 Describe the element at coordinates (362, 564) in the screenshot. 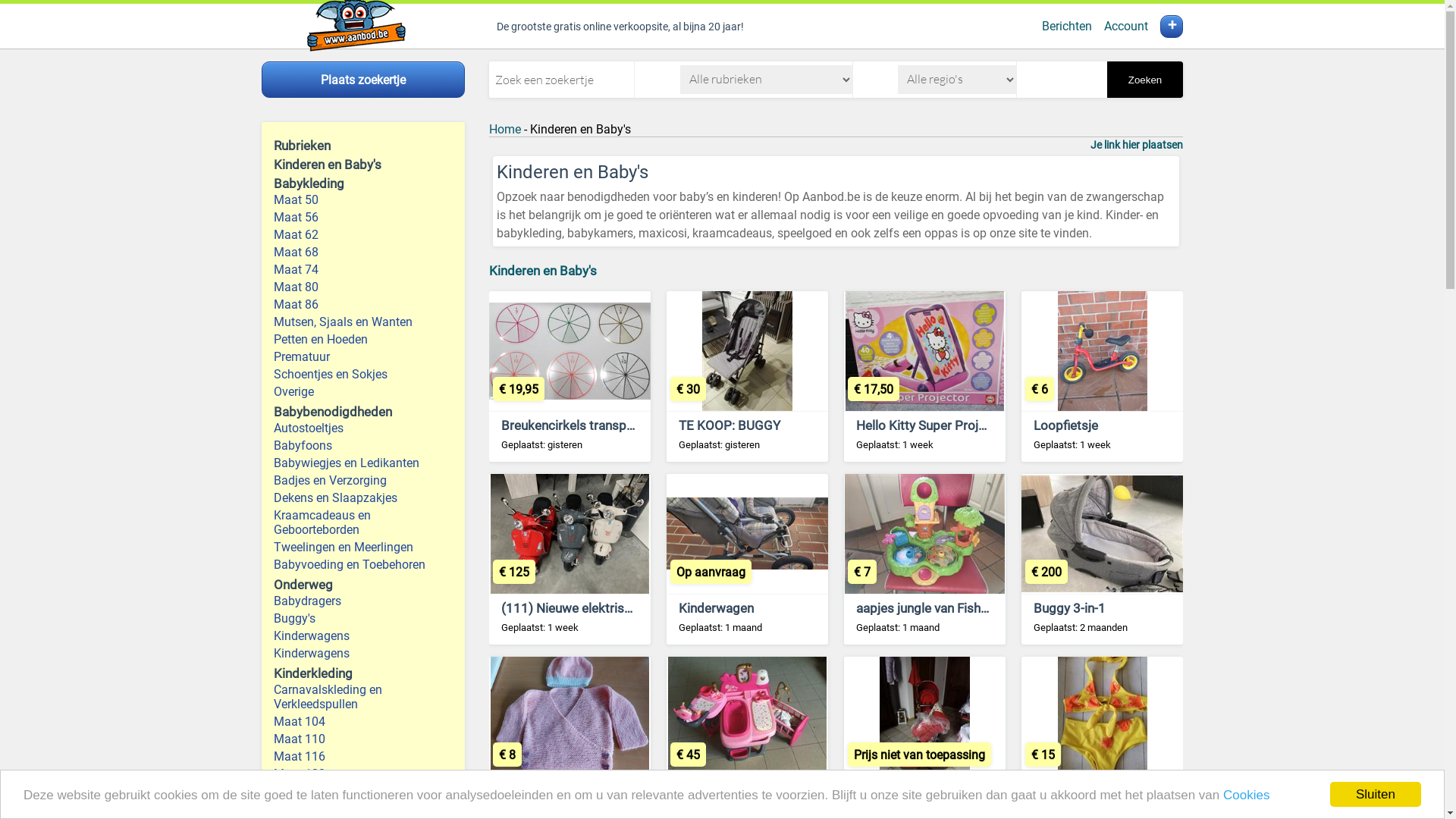

I see `'Babyvoeding en Toebehoren'` at that location.